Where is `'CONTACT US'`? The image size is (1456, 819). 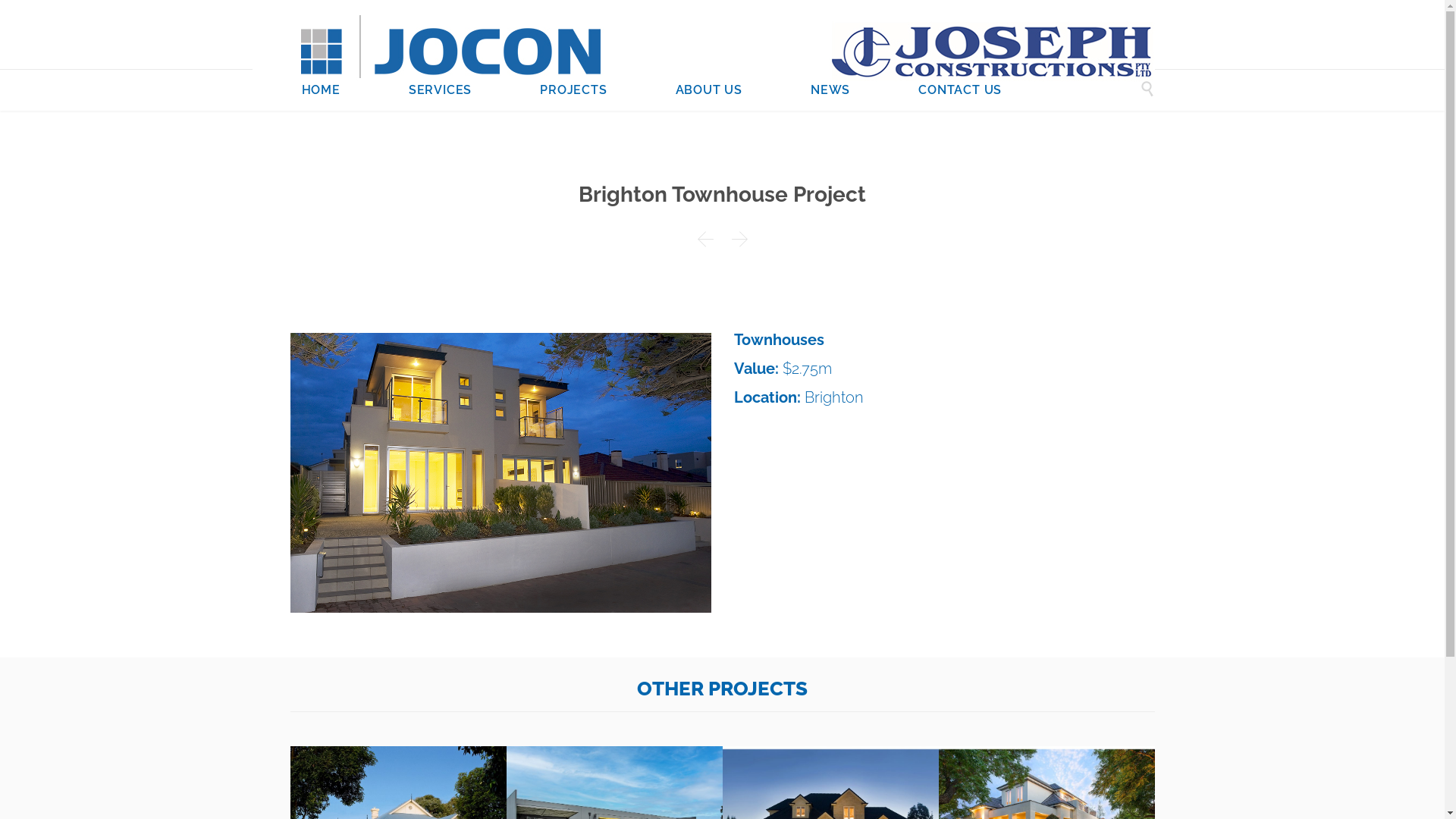 'CONTACT US' is located at coordinates (959, 91).